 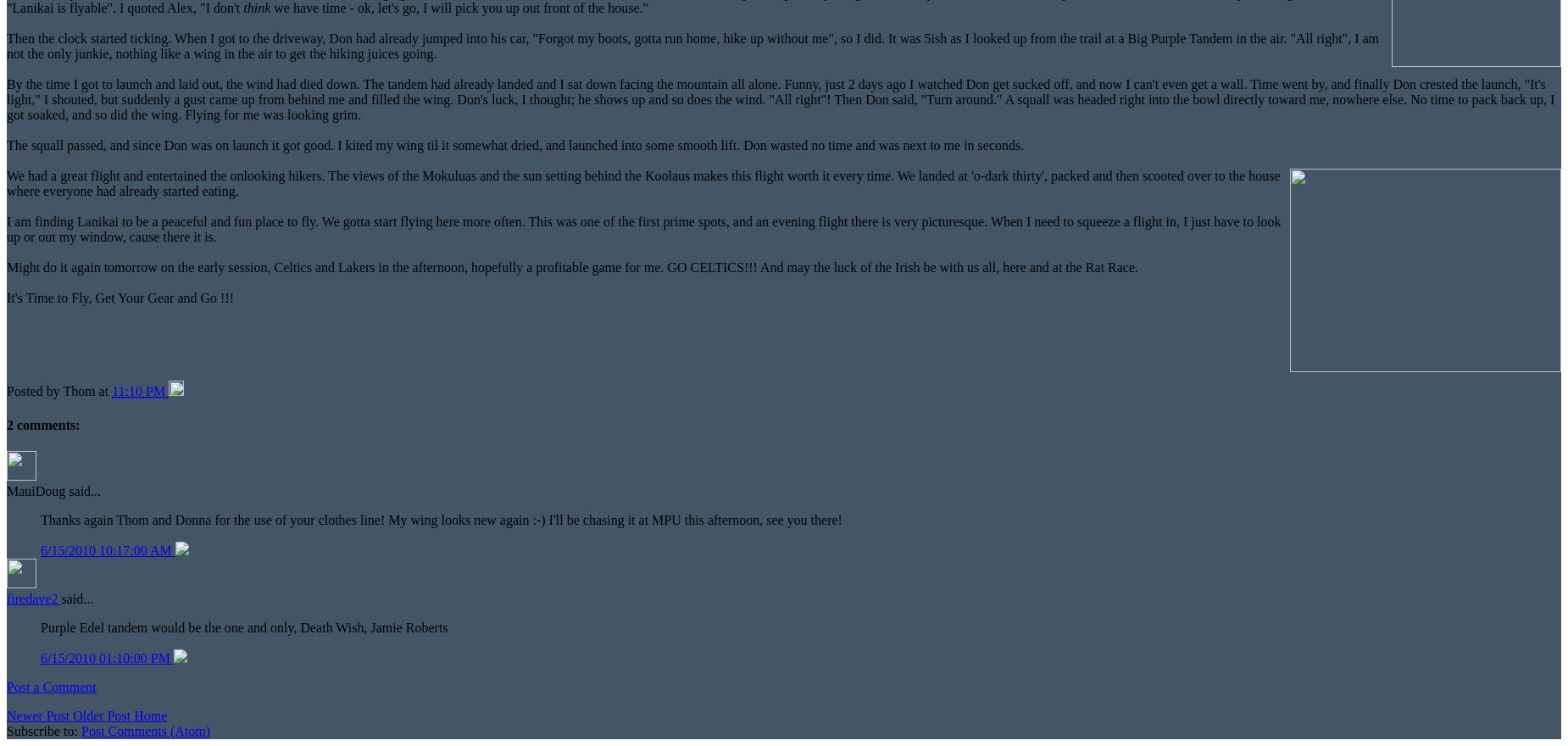 I want to click on 'Then the clock started ticking. When I got to the driveway, Don had already jumped into his car, "Forgot my boots, gotta run home, hike up without me", so I did. It was 5ish as I looked up from the trail at a Big Purple Tandem in the air. "All right", I am not the only junkie, nothing like a wing in the air to get the hiking juices going.', so click(x=692, y=46).